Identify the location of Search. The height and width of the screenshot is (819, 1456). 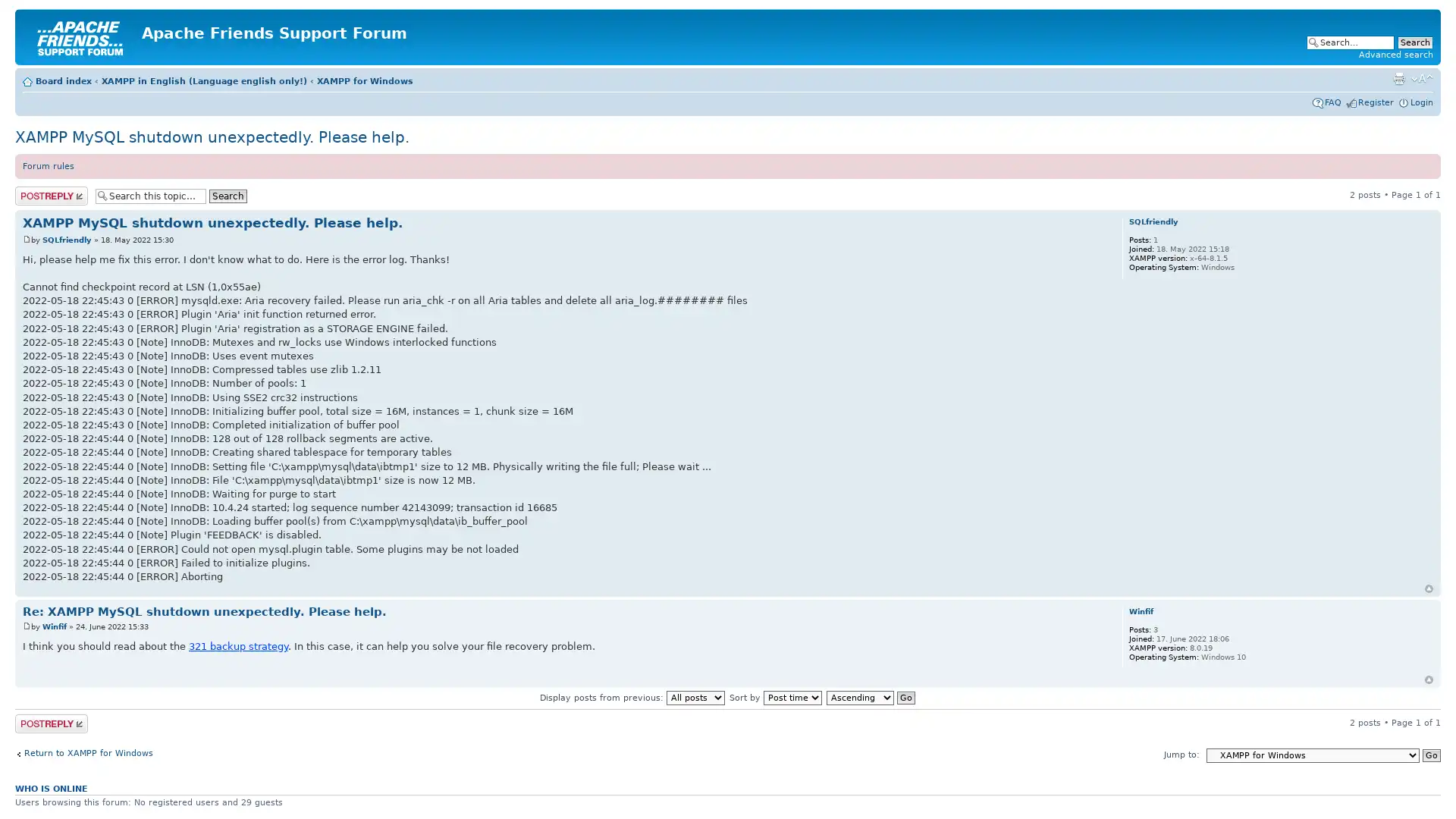
(1414, 42).